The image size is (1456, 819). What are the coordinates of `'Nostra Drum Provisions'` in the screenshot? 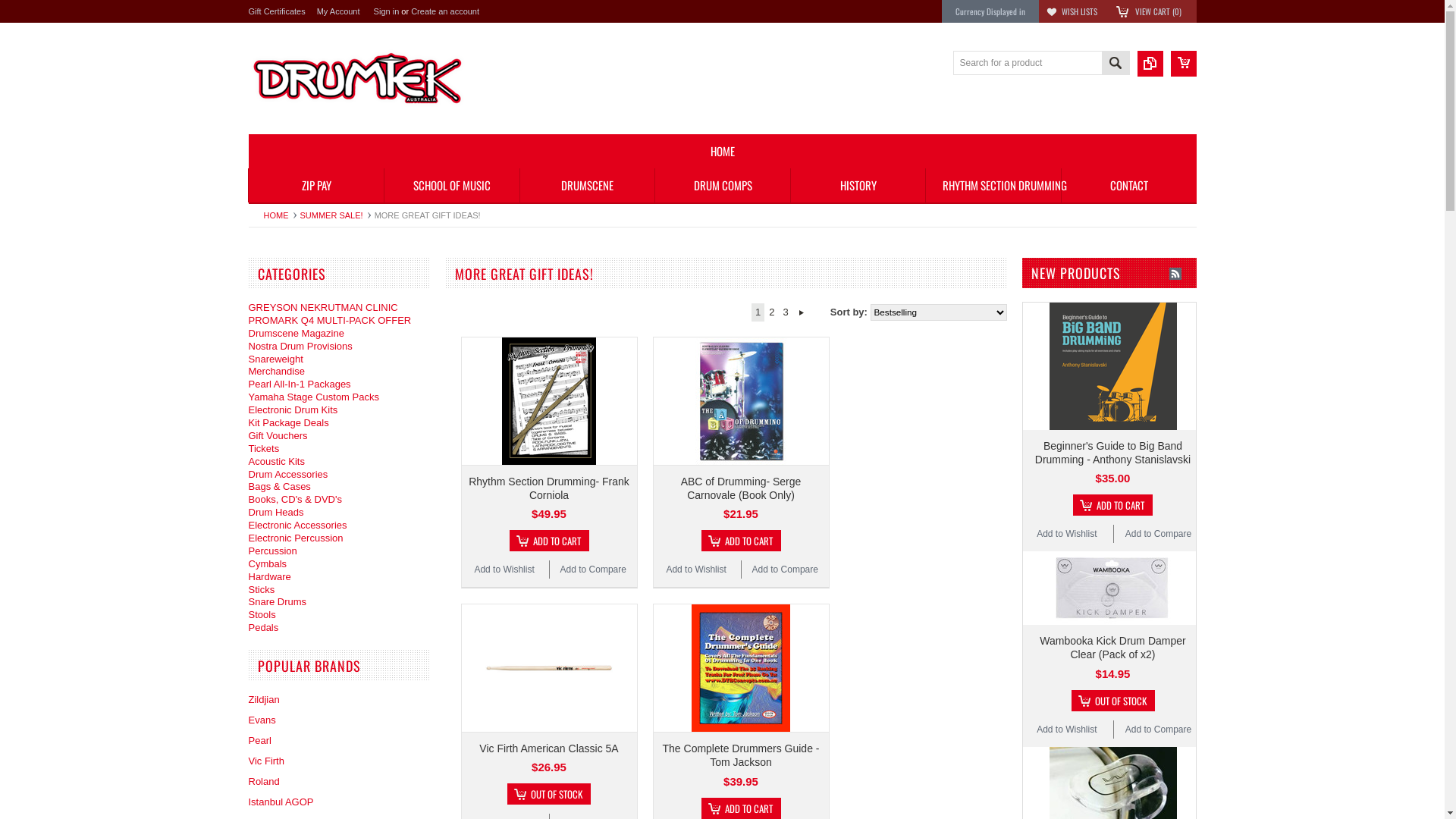 It's located at (248, 346).